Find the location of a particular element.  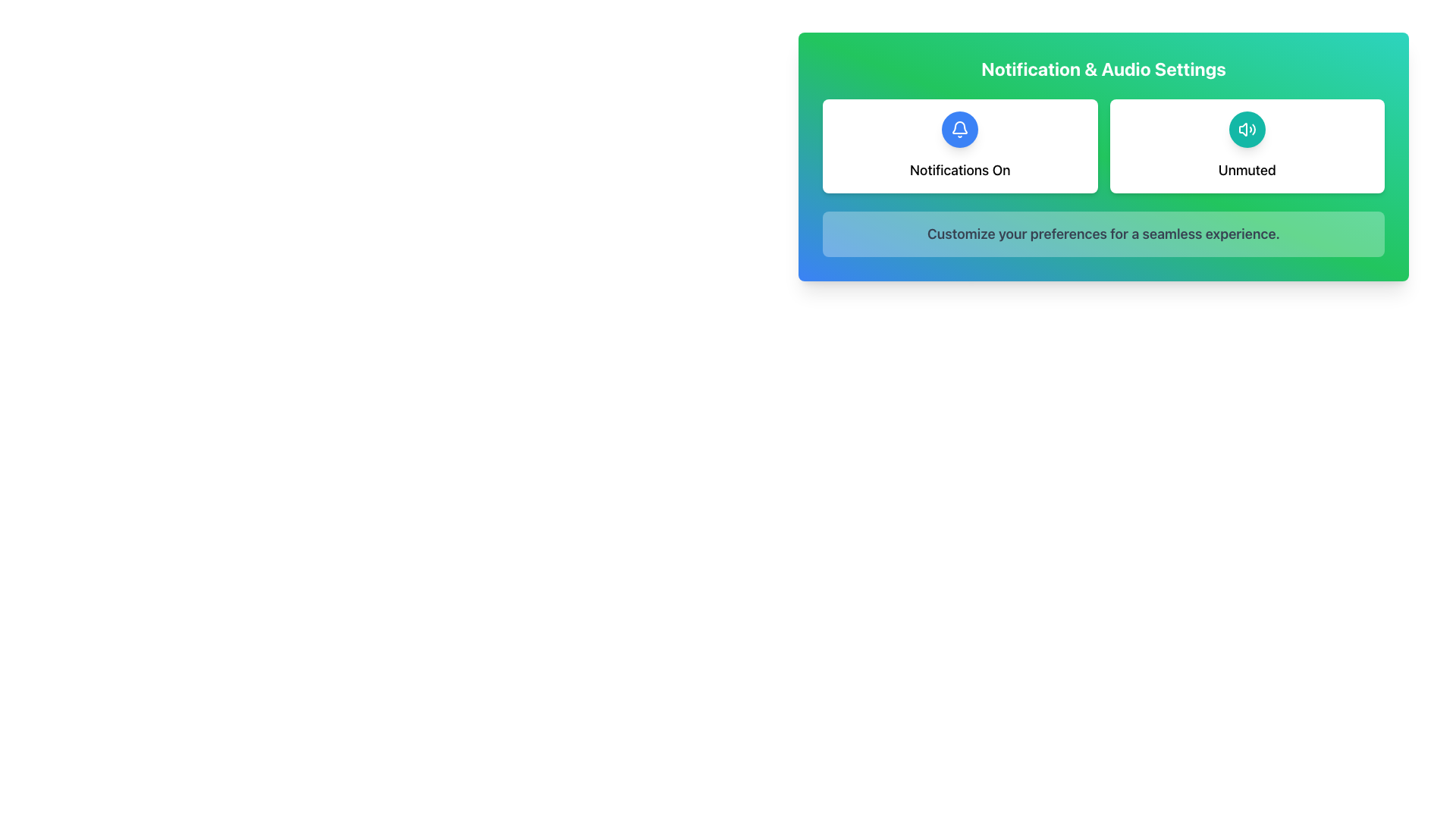

the circular teal button with a speaker icon in the 'Unmuted' card is located at coordinates (1247, 128).